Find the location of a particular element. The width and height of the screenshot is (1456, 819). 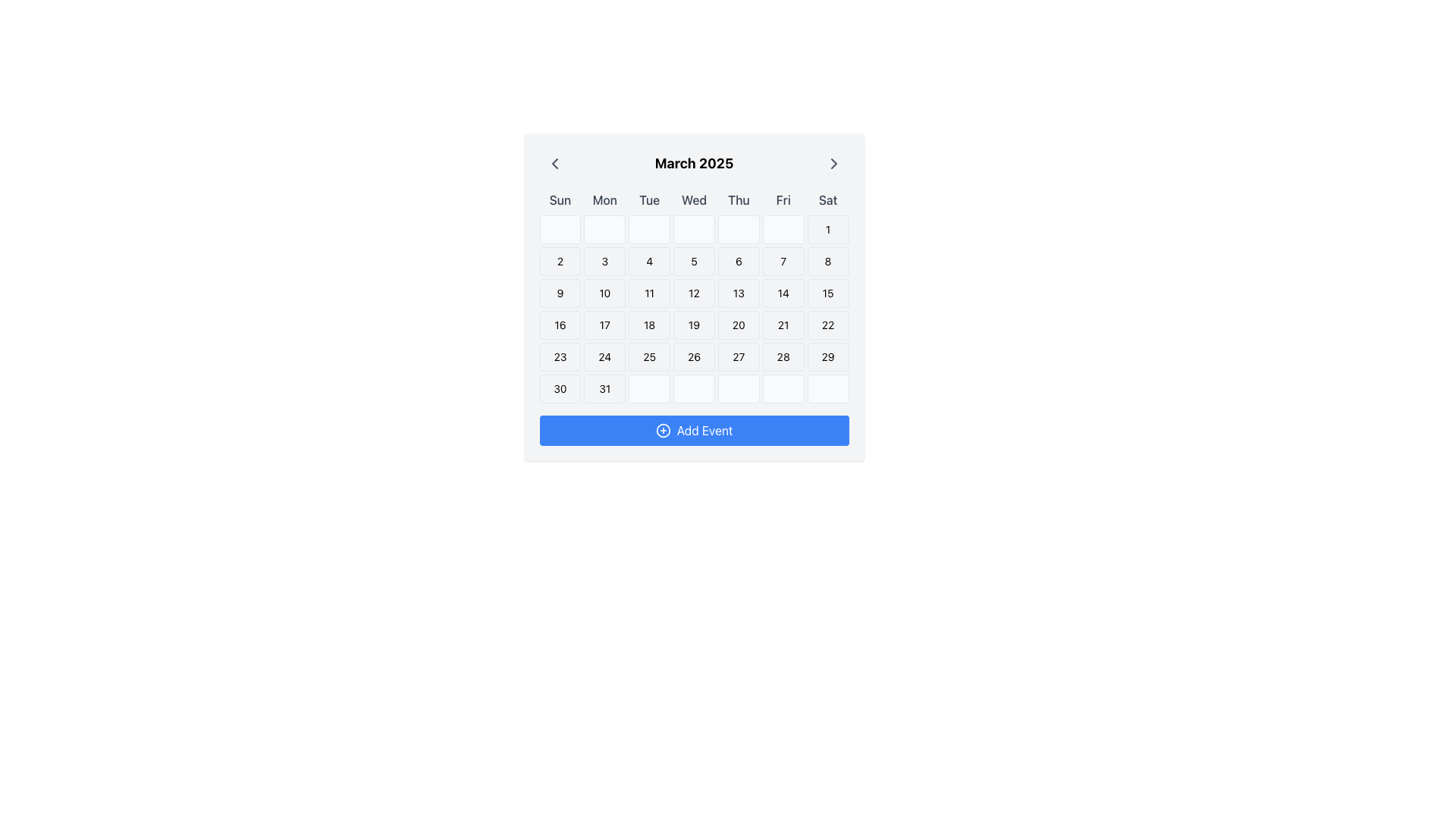

the button located in the top-right corner of the calendar interface is located at coordinates (833, 164).